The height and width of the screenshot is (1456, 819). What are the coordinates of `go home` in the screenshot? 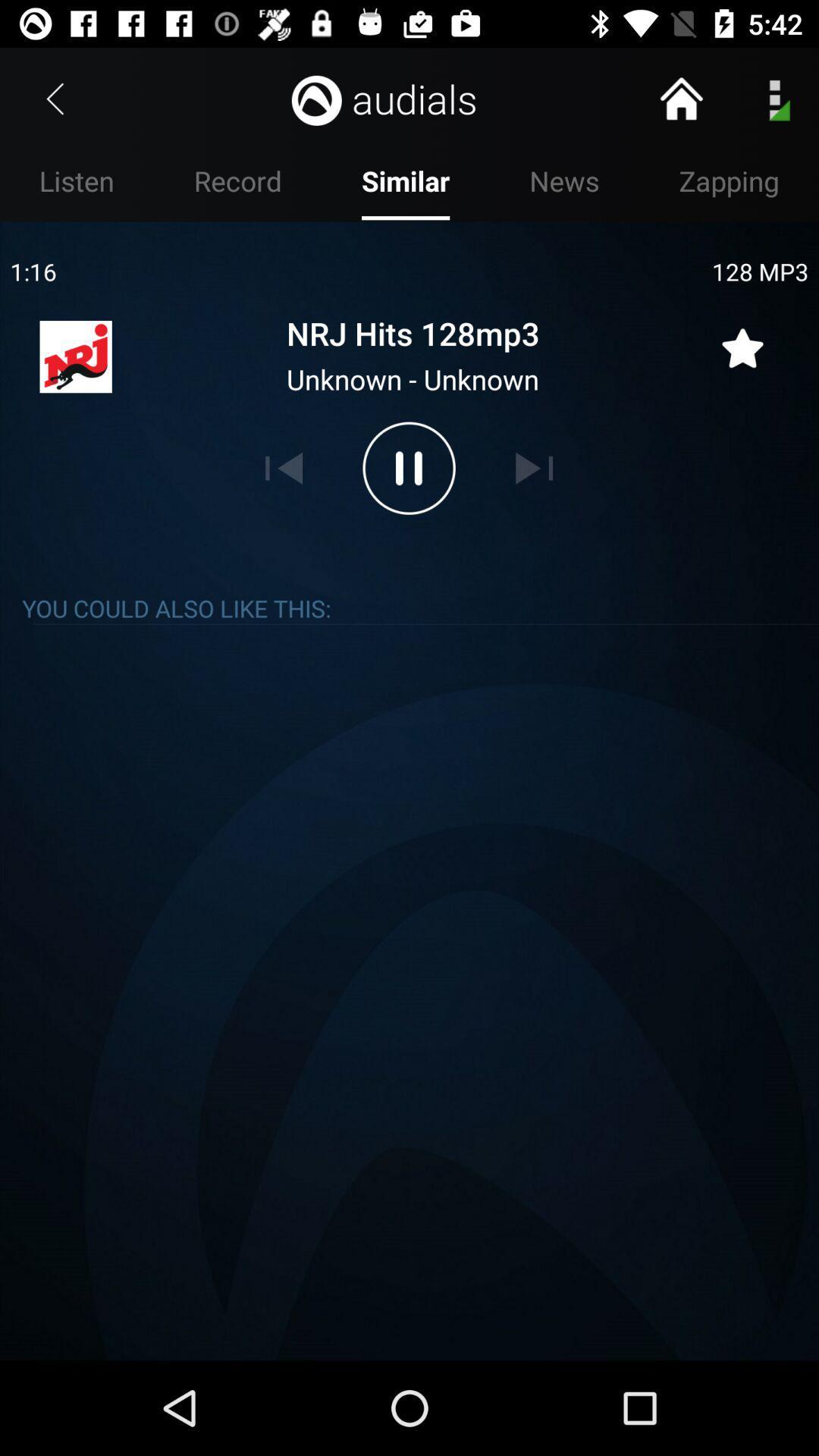 It's located at (680, 98).